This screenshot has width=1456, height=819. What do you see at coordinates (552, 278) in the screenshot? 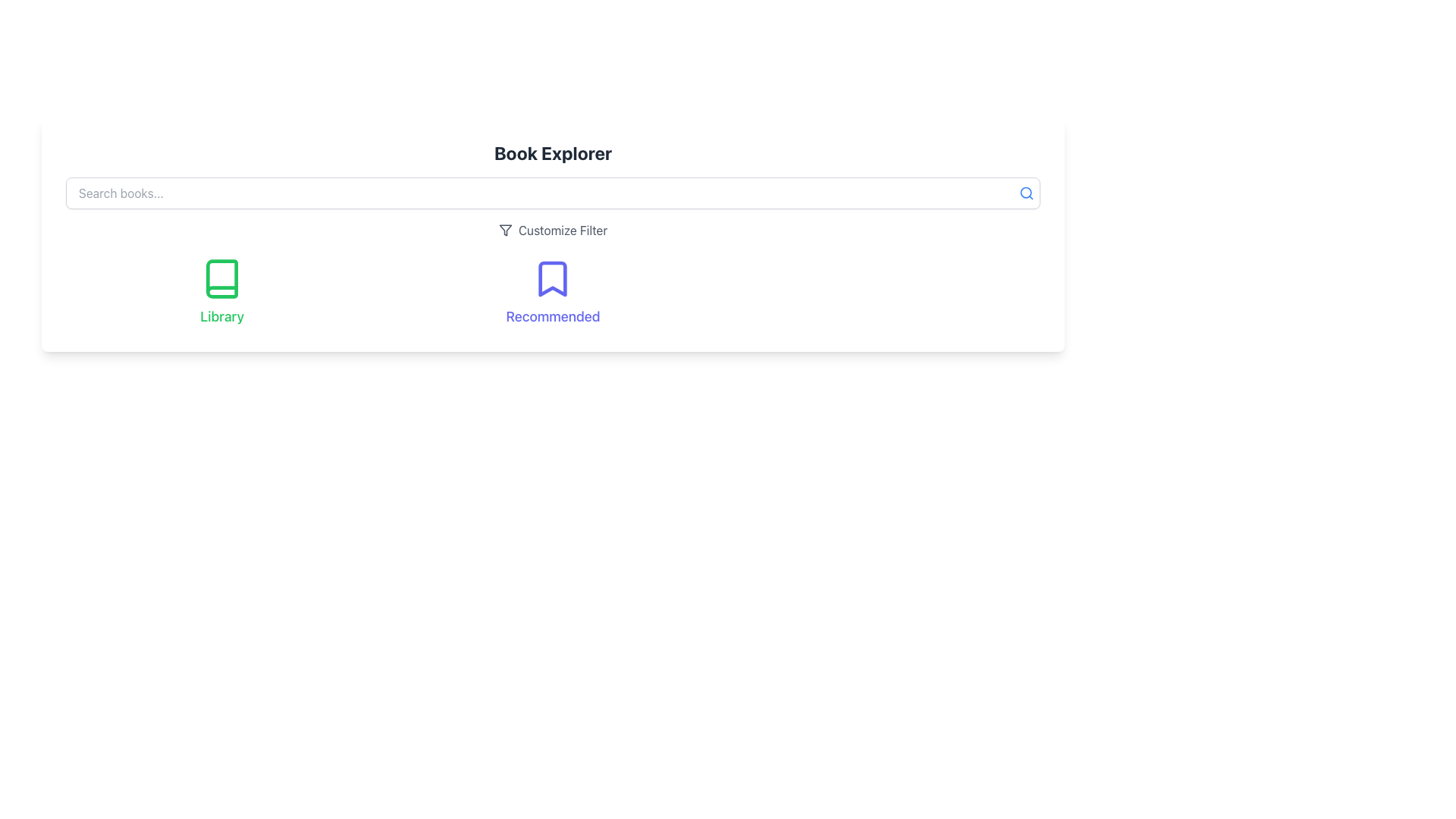
I see `the 'Recommended' icon, which signifies the 'Recommended' section, centrally positioned above the 'Recommended' label text` at bounding box center [552, 278].